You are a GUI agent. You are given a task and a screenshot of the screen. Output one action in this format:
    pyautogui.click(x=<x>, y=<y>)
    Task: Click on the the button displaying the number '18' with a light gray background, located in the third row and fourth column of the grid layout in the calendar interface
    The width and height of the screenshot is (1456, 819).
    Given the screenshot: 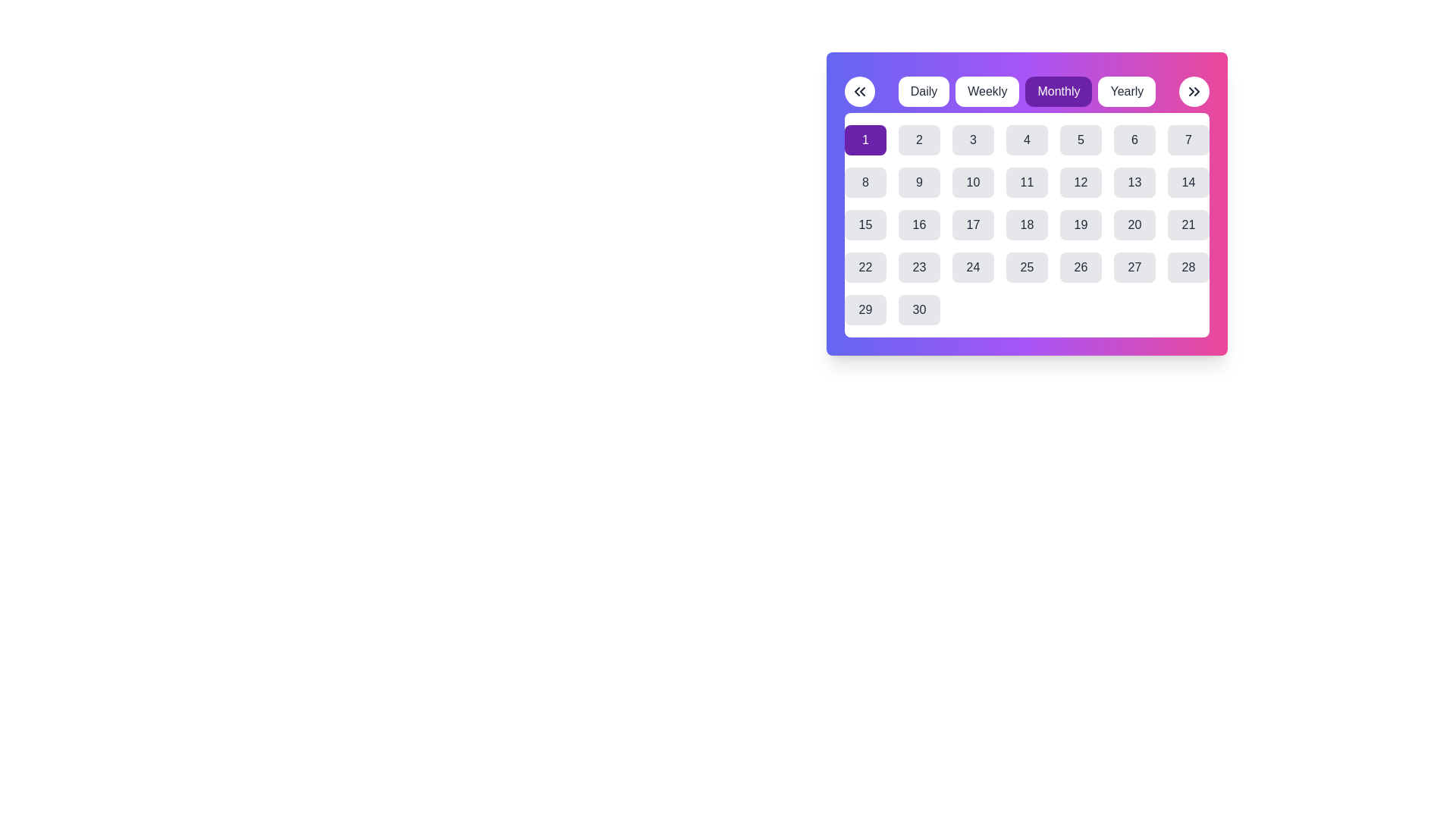 What is the action you would take?
    pyautogui.click(x=1027, y=225)
    